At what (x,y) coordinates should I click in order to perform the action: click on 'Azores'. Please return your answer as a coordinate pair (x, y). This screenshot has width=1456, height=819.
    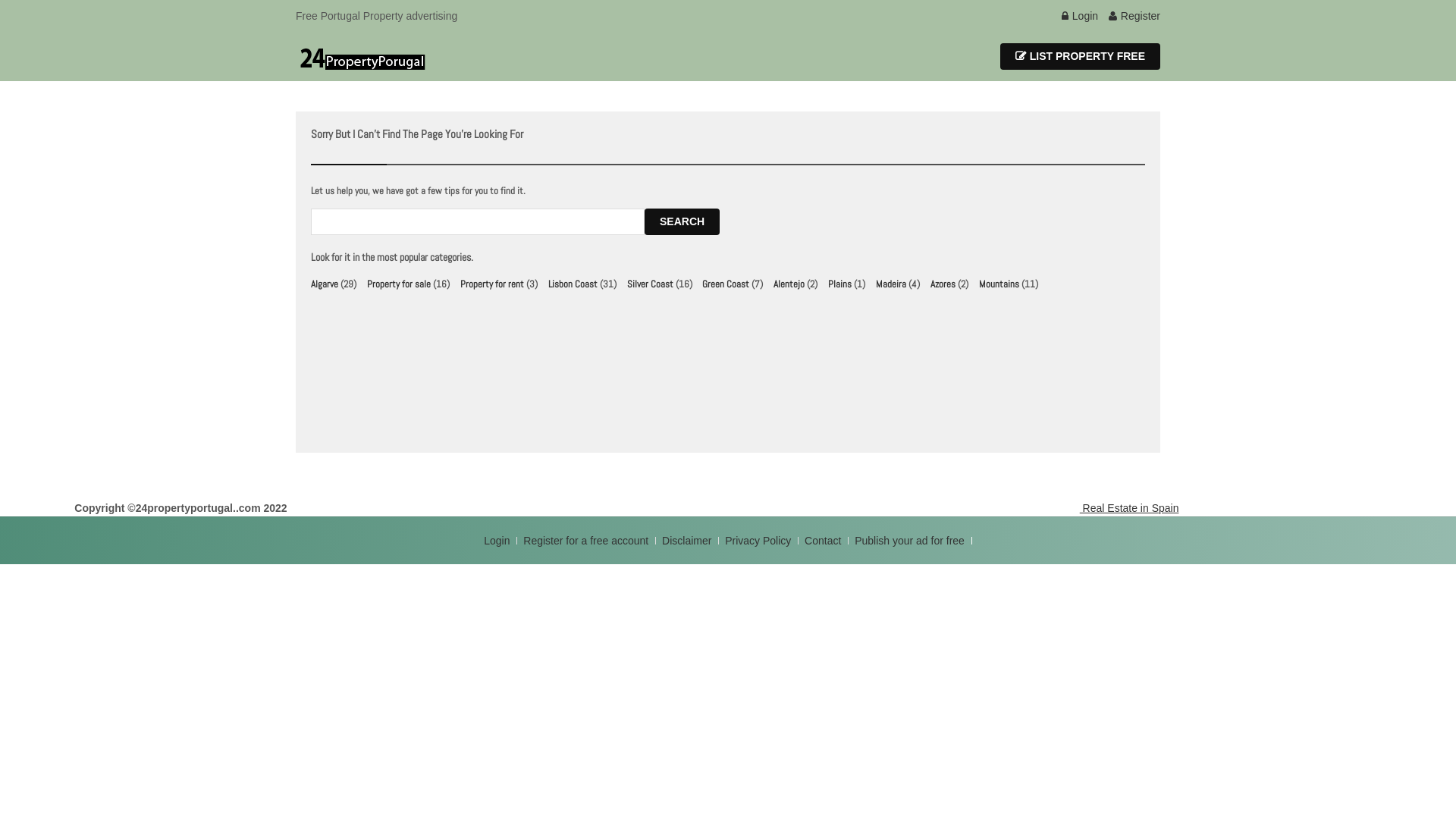
    Looking at the image, I should click on (942, 284).